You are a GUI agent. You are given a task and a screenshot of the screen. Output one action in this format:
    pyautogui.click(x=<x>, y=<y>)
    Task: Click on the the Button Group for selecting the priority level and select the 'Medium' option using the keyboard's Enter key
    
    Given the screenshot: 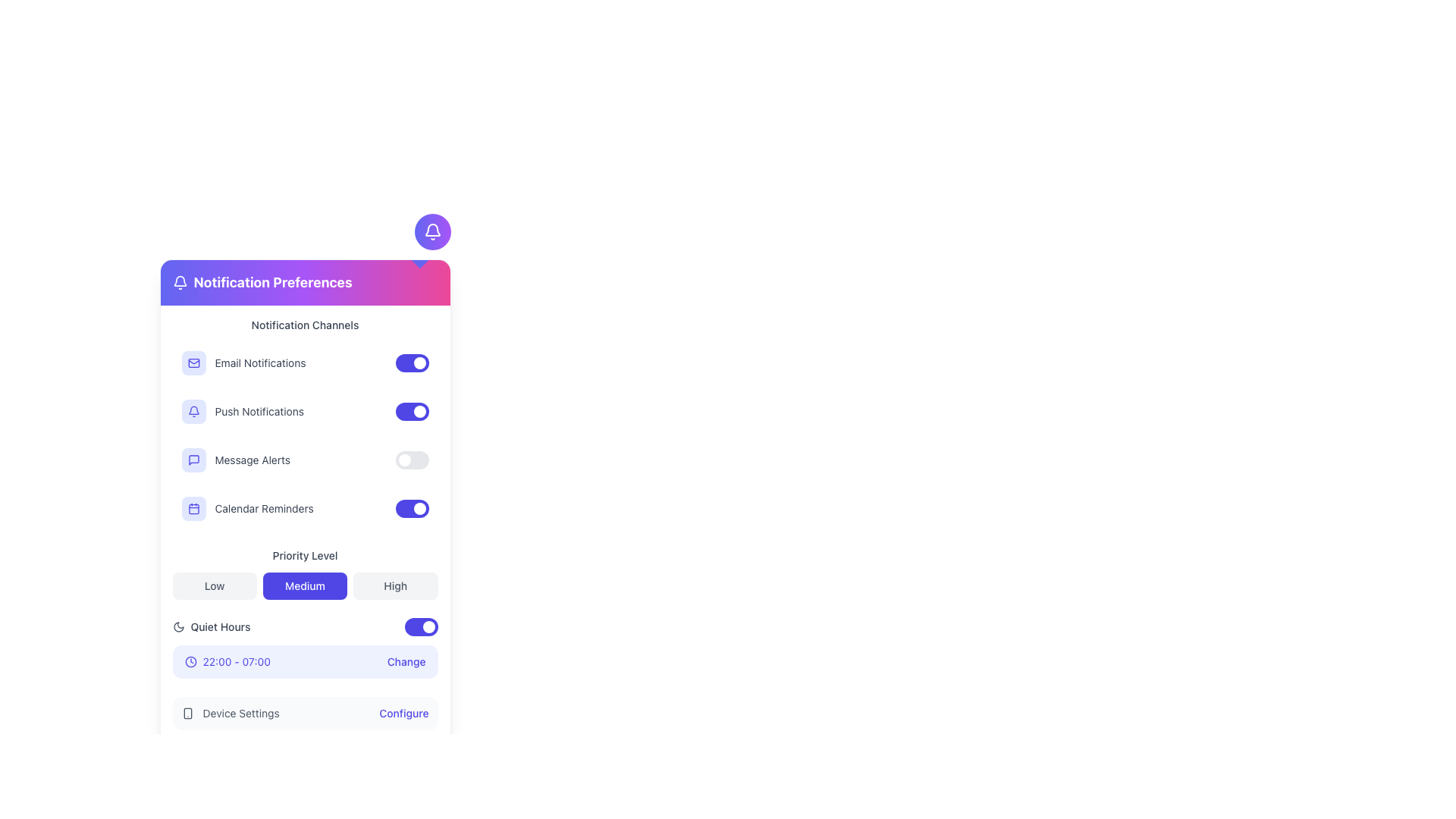 What is the action you would take?
    pyautogui.click(x=304, y=585)
    